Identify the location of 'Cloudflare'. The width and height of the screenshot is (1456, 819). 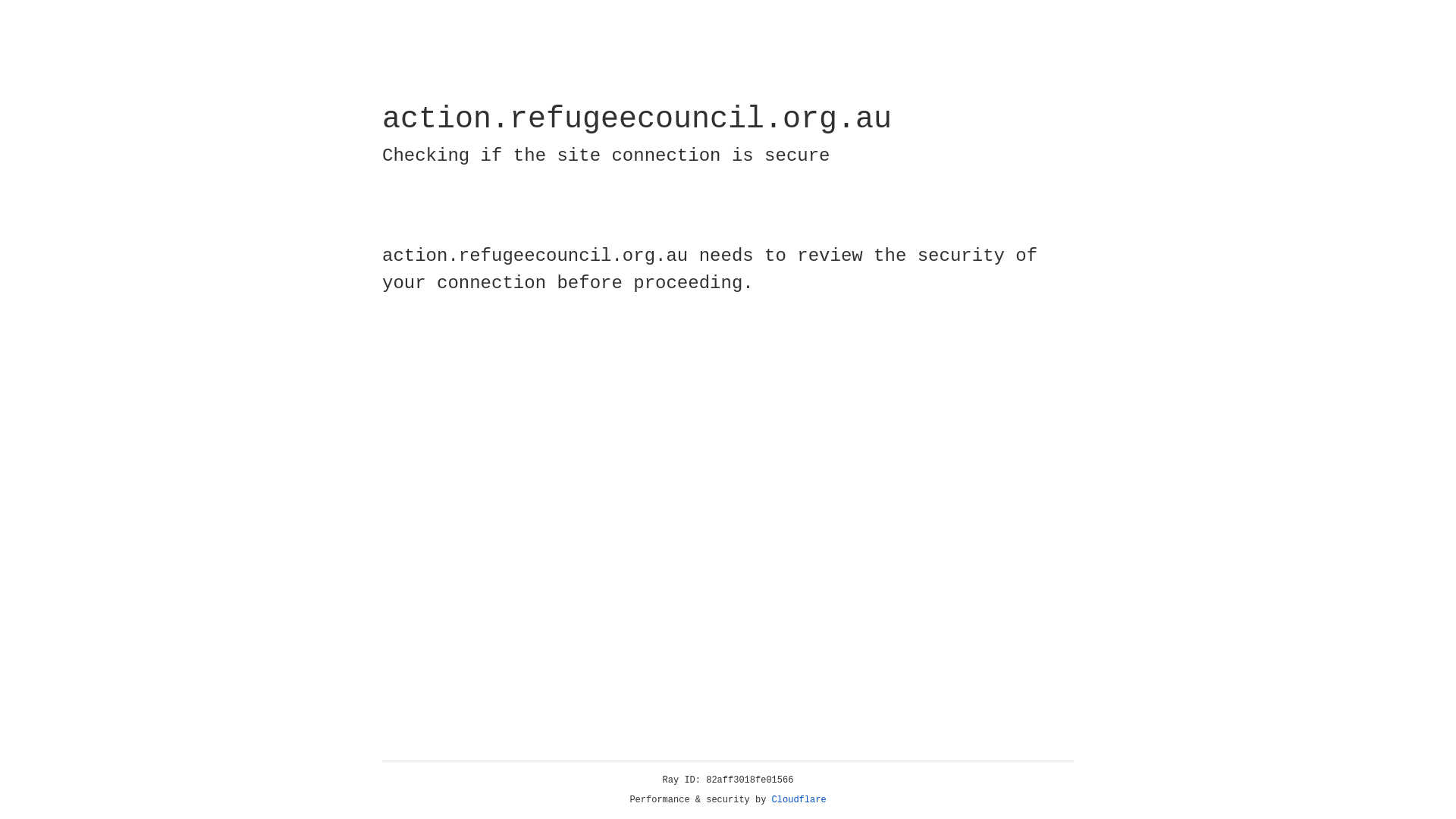
(771, 799).